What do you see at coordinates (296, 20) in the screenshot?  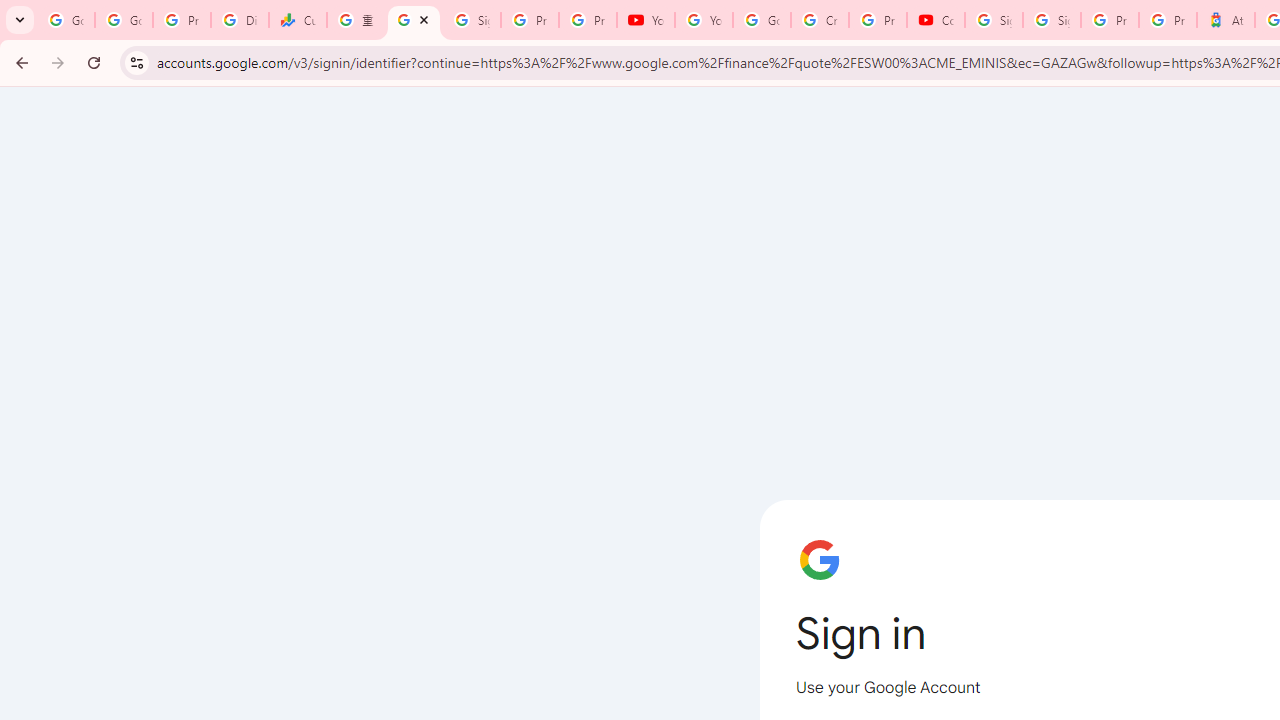 I see `'Currencies - Google Finance'` at bounding box center [296, 20].